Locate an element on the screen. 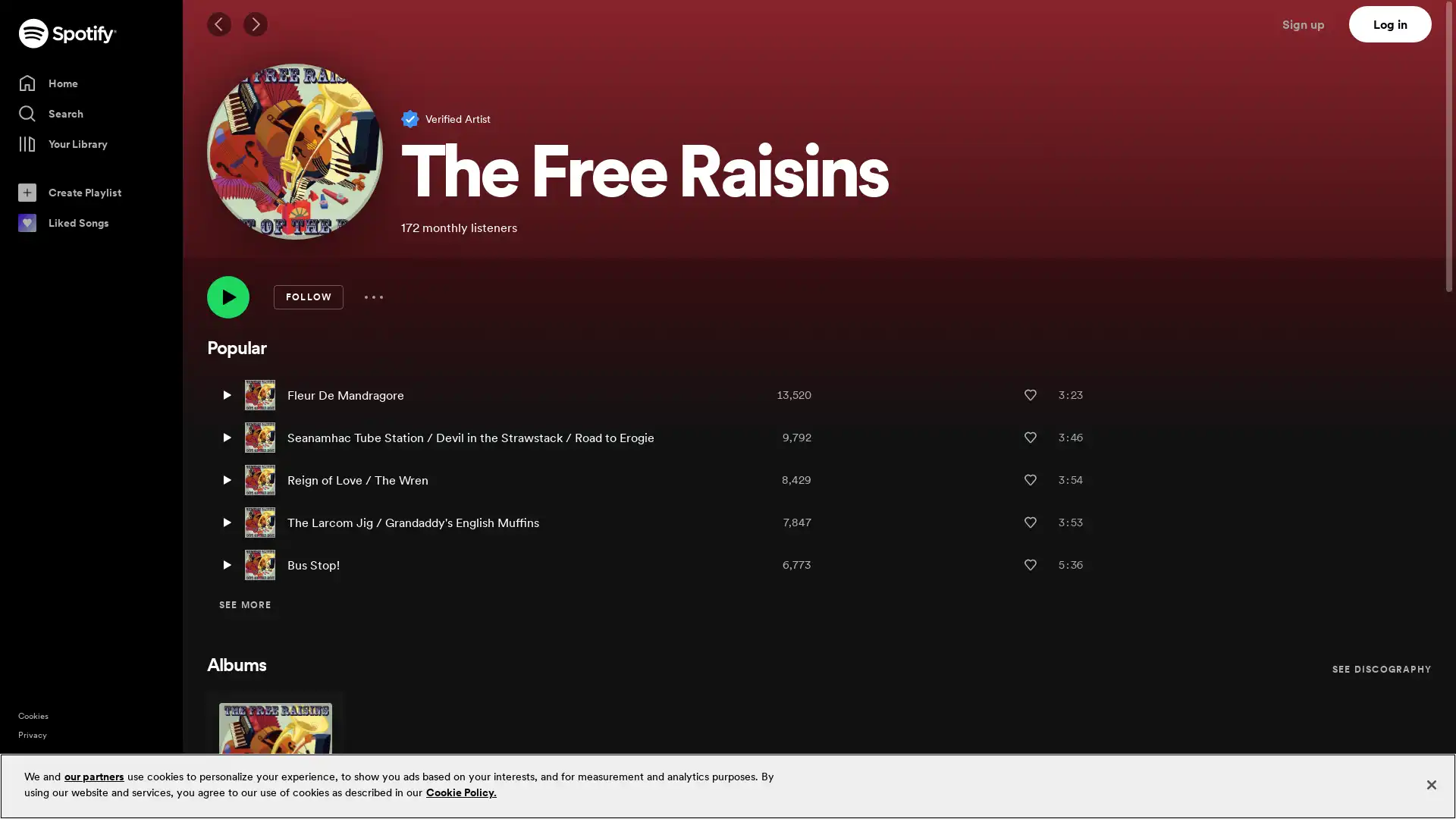 The image size is (1456, 819). Log in is located at coordinates (1390, 24).